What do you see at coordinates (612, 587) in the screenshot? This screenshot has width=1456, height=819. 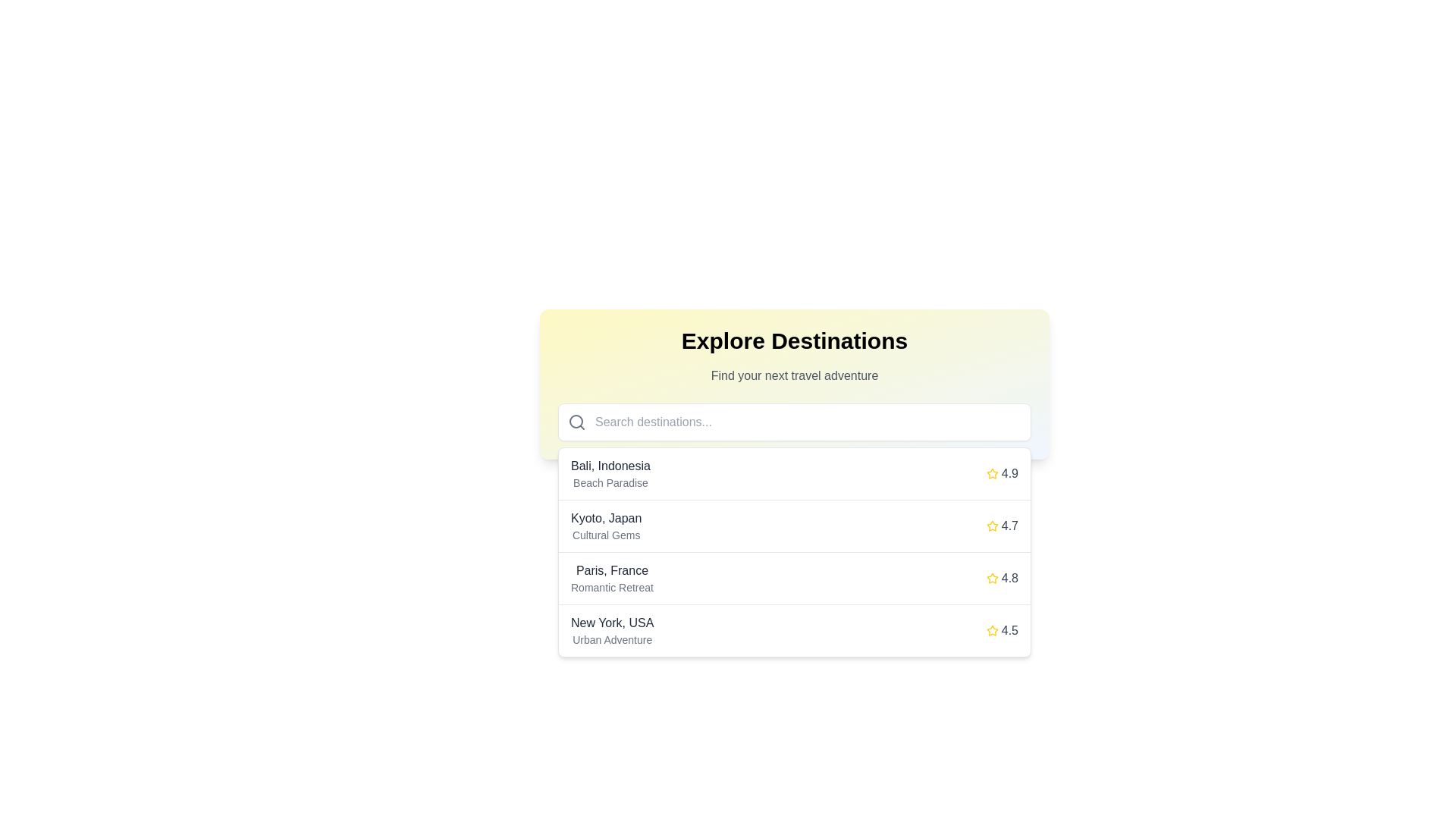 I see `text content of the label displaying 'Romantic Retreat', which is located beneath 'Paris, France' in the third item of a vertical list` at bounding box center [612, 587].